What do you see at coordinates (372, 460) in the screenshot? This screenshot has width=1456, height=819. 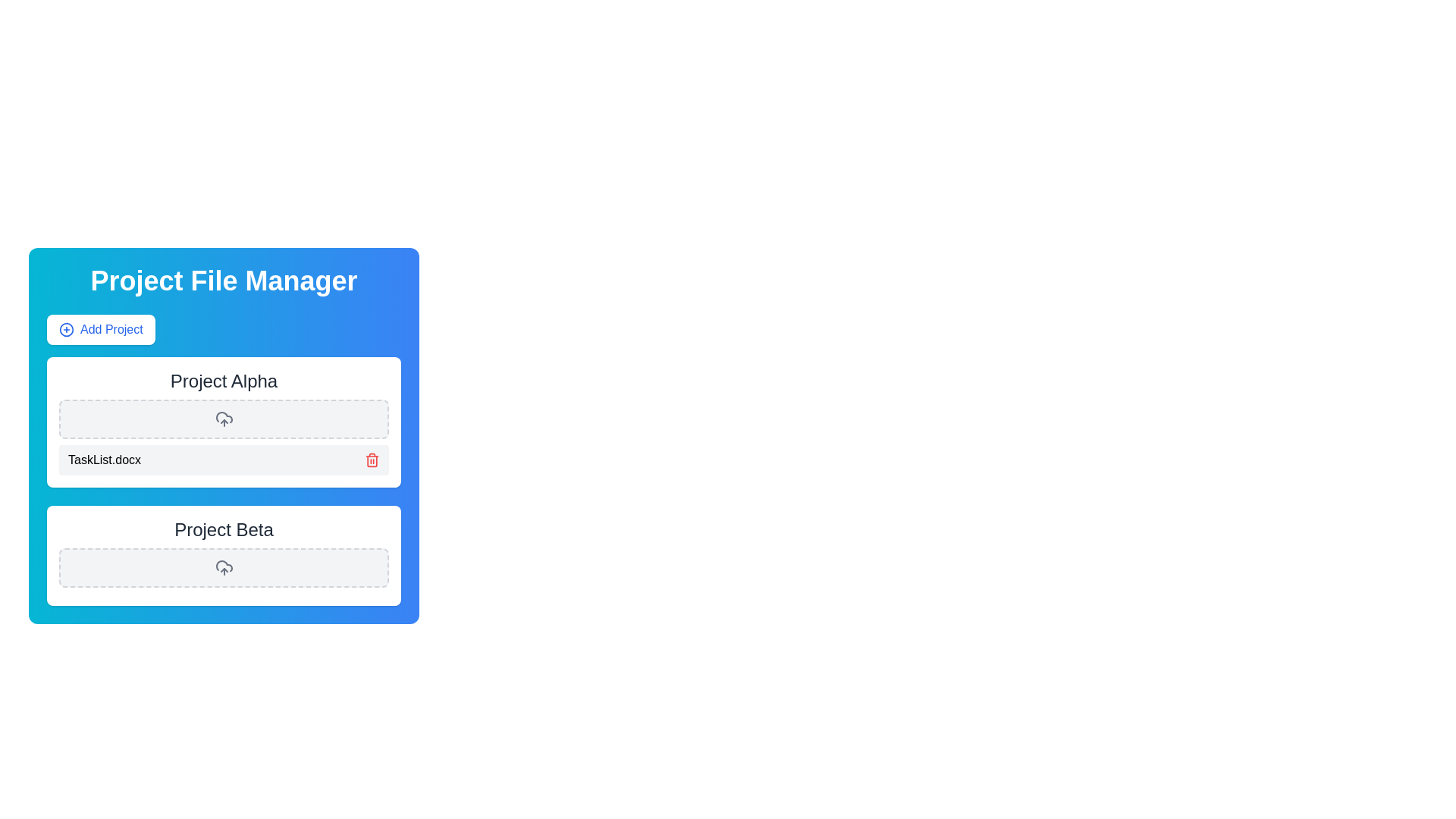 I see `the vertical line of the trash icon located on the far right side of the file row labeled 'TaskList.docx' under 'Project Alpha'` at bounding box center [372, 460].